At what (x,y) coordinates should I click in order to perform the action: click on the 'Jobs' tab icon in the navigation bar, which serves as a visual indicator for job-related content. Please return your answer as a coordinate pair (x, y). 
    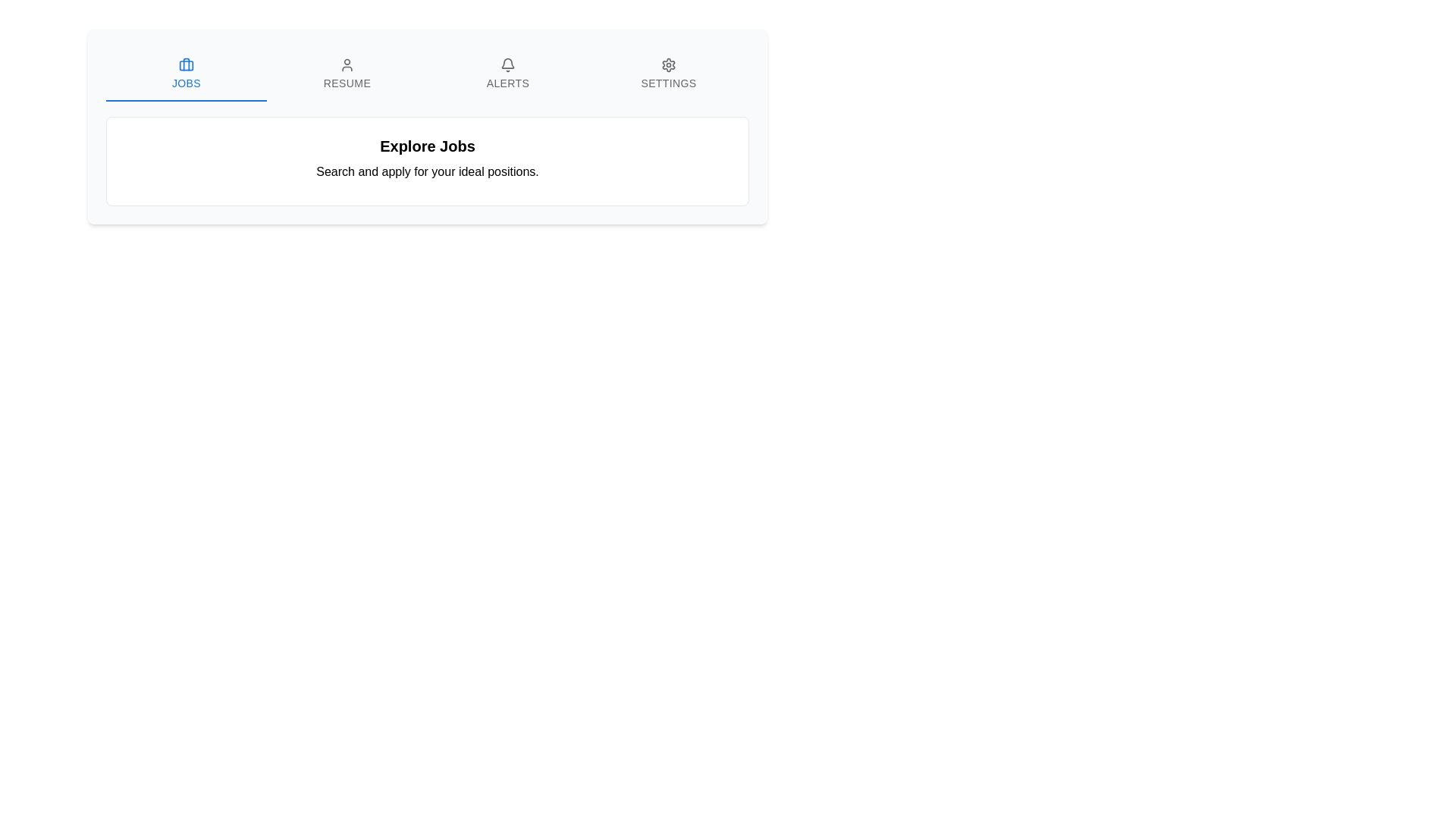
    Looking at the image, I should click on (185, 64).